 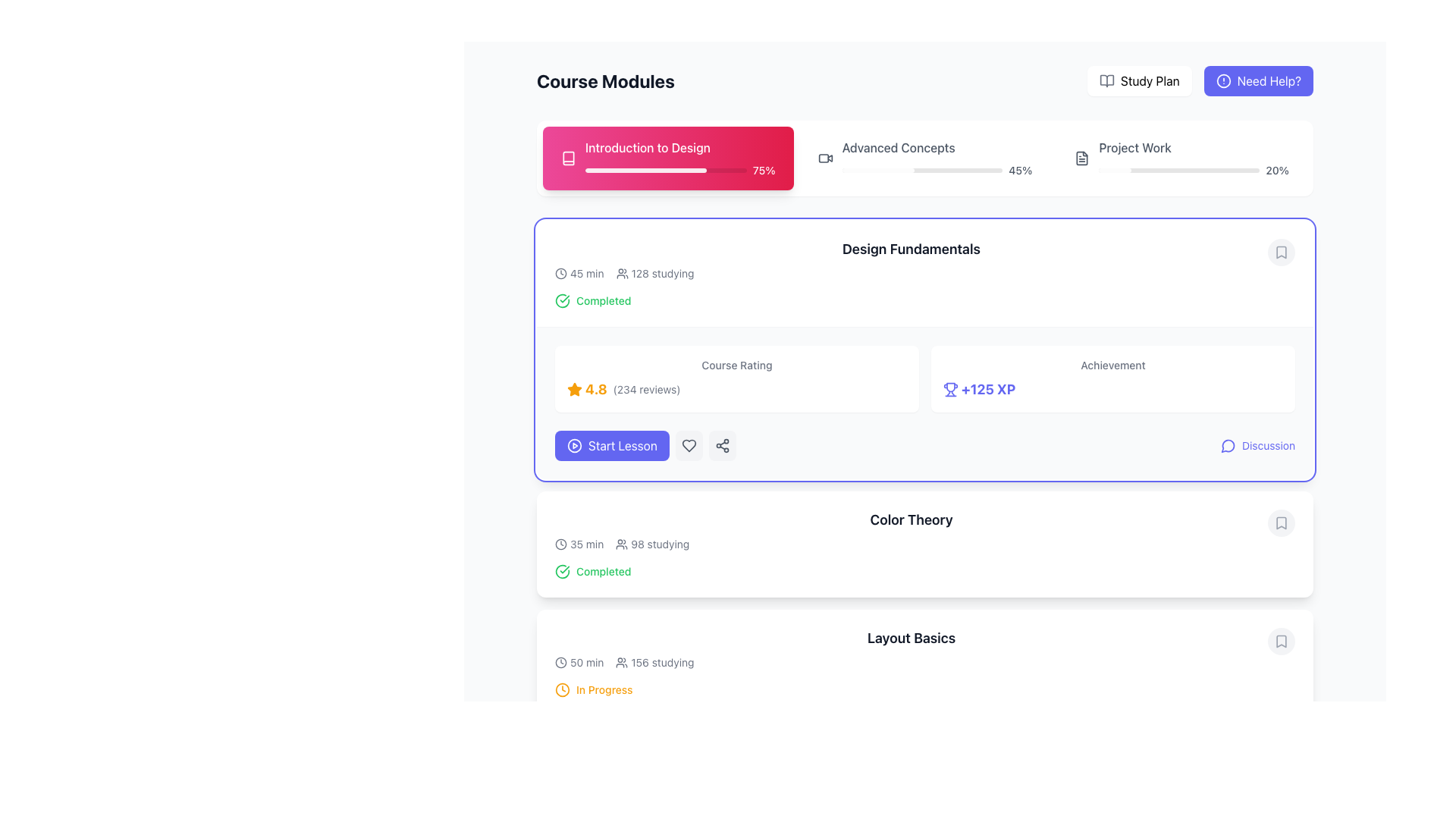 What do you see at coordinates (937, 148) in the screenshot?
I see `textual label displaying 'Advanced Concepts' which is styled in a standard sans-serif font and appears in black color. It is located in the top-right horizontal section of a module header, adjacent to 'Introduction to Design' and 'Project Work.'` at bounding box center [937, 148].